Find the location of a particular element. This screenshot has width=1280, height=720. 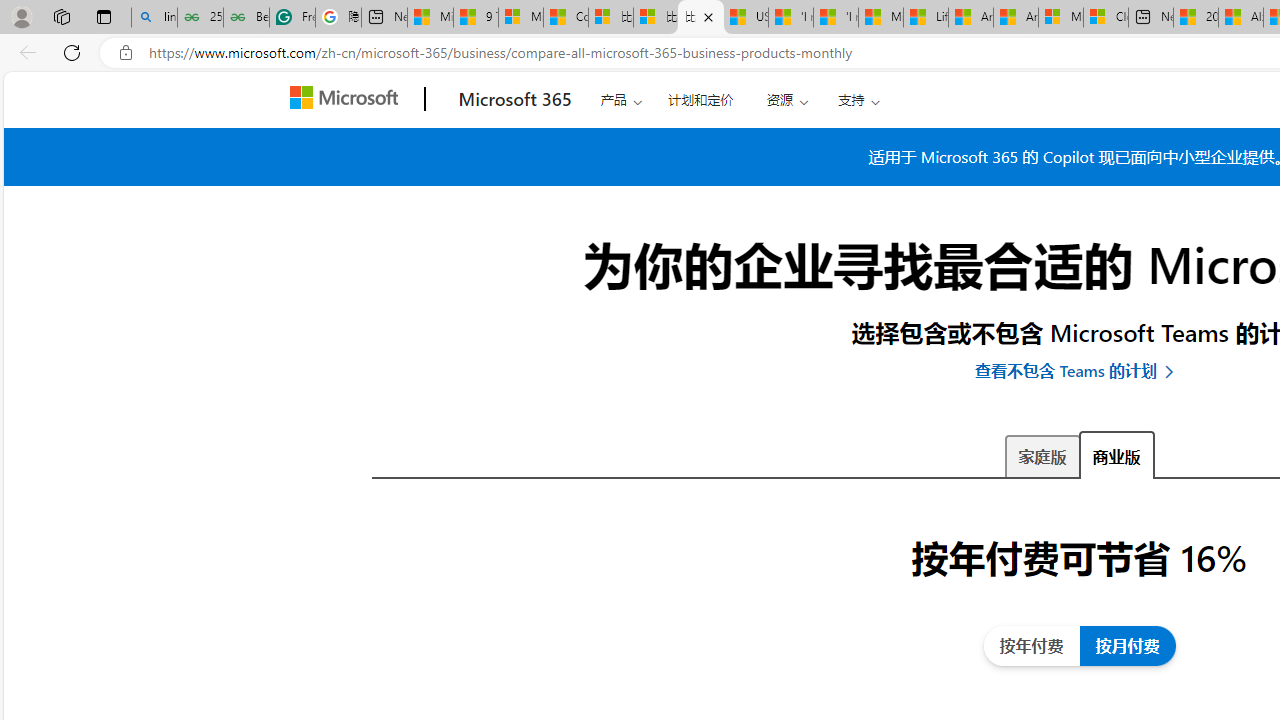

'20 Ways to Boost Your Protein Intake at Every Meal' is located at coordinates (1196, 17).